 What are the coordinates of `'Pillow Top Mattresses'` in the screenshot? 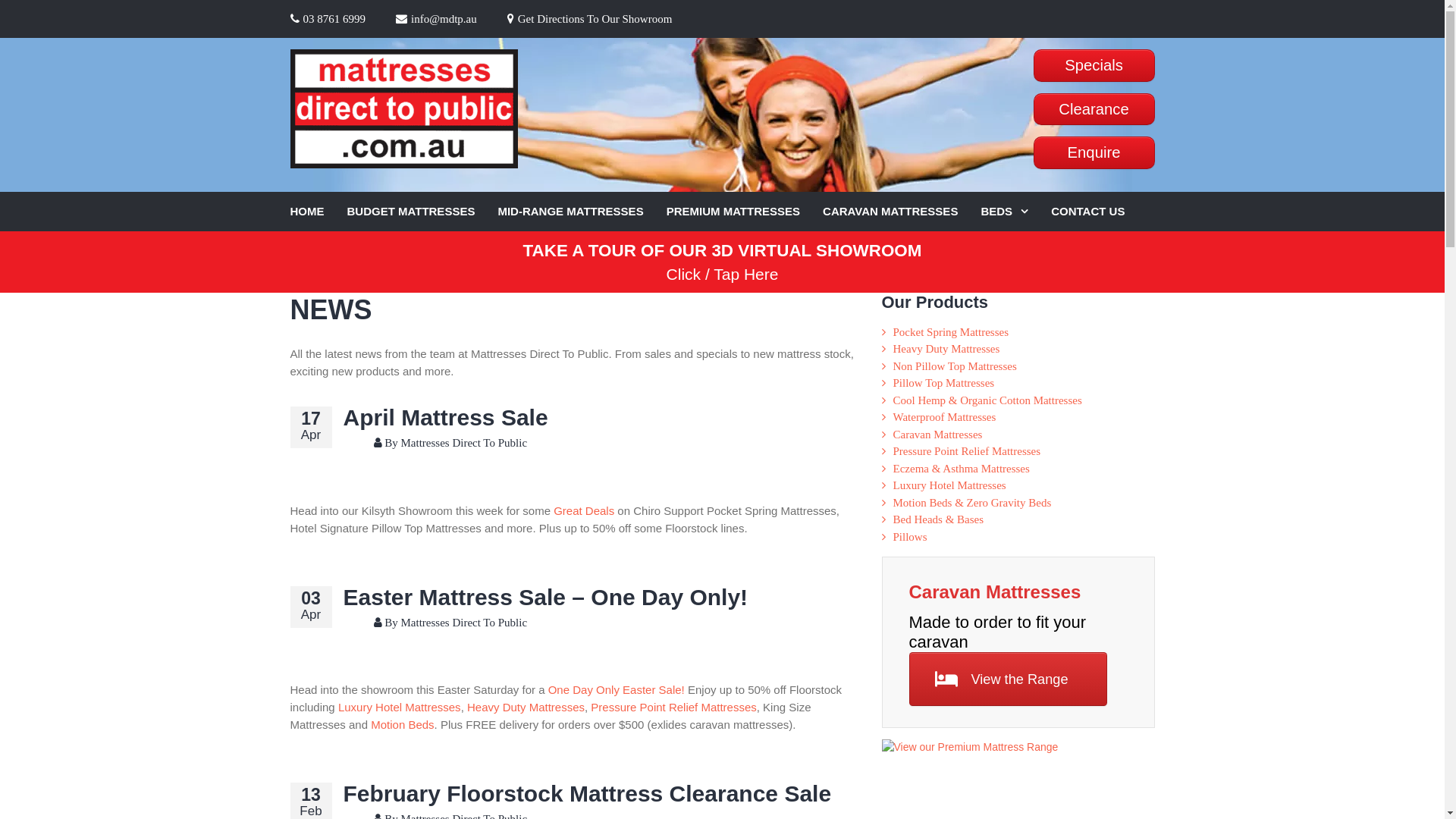 It's located at (943, 382).